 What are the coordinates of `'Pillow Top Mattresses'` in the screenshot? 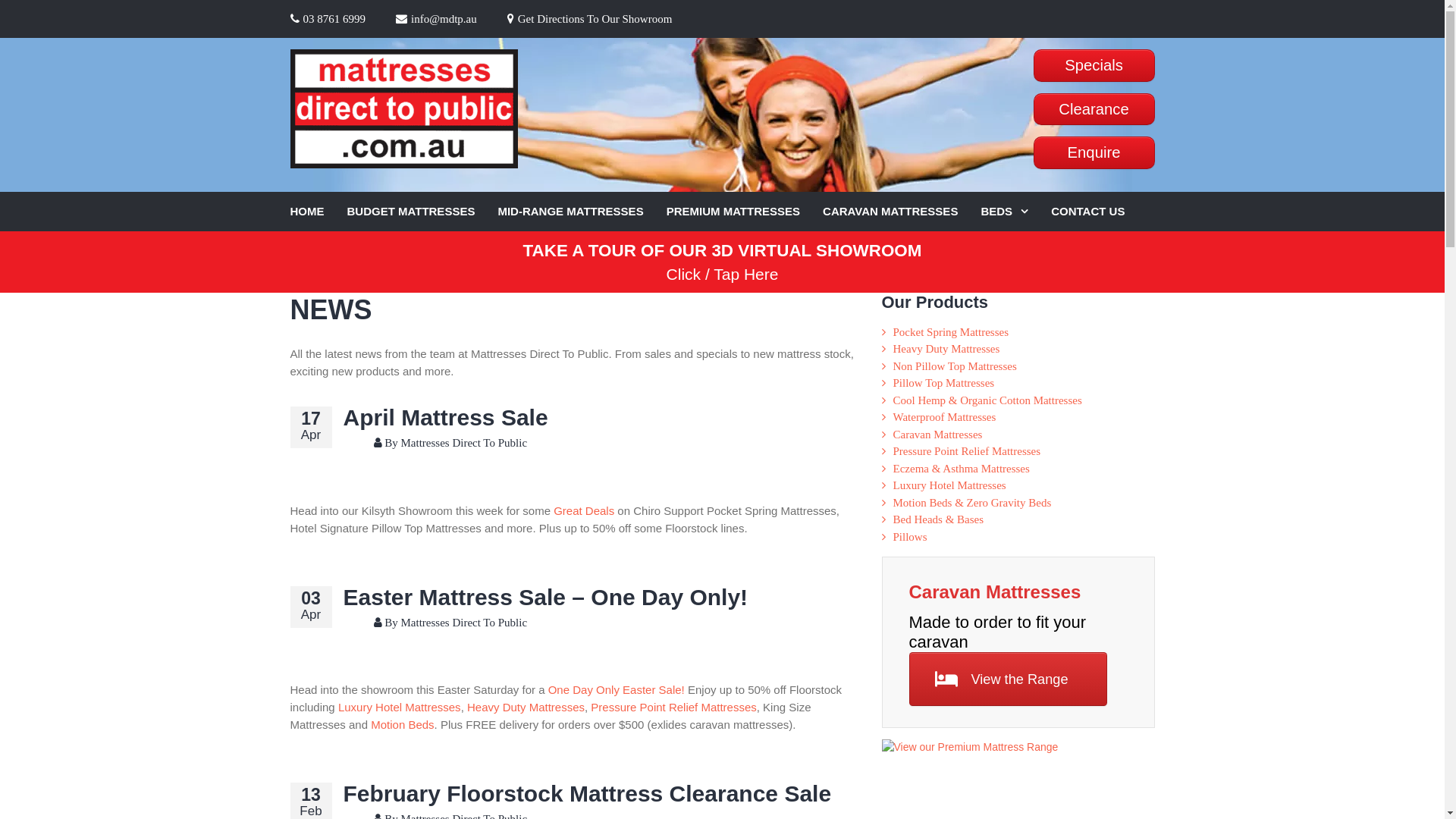 It's located at (943, 382).